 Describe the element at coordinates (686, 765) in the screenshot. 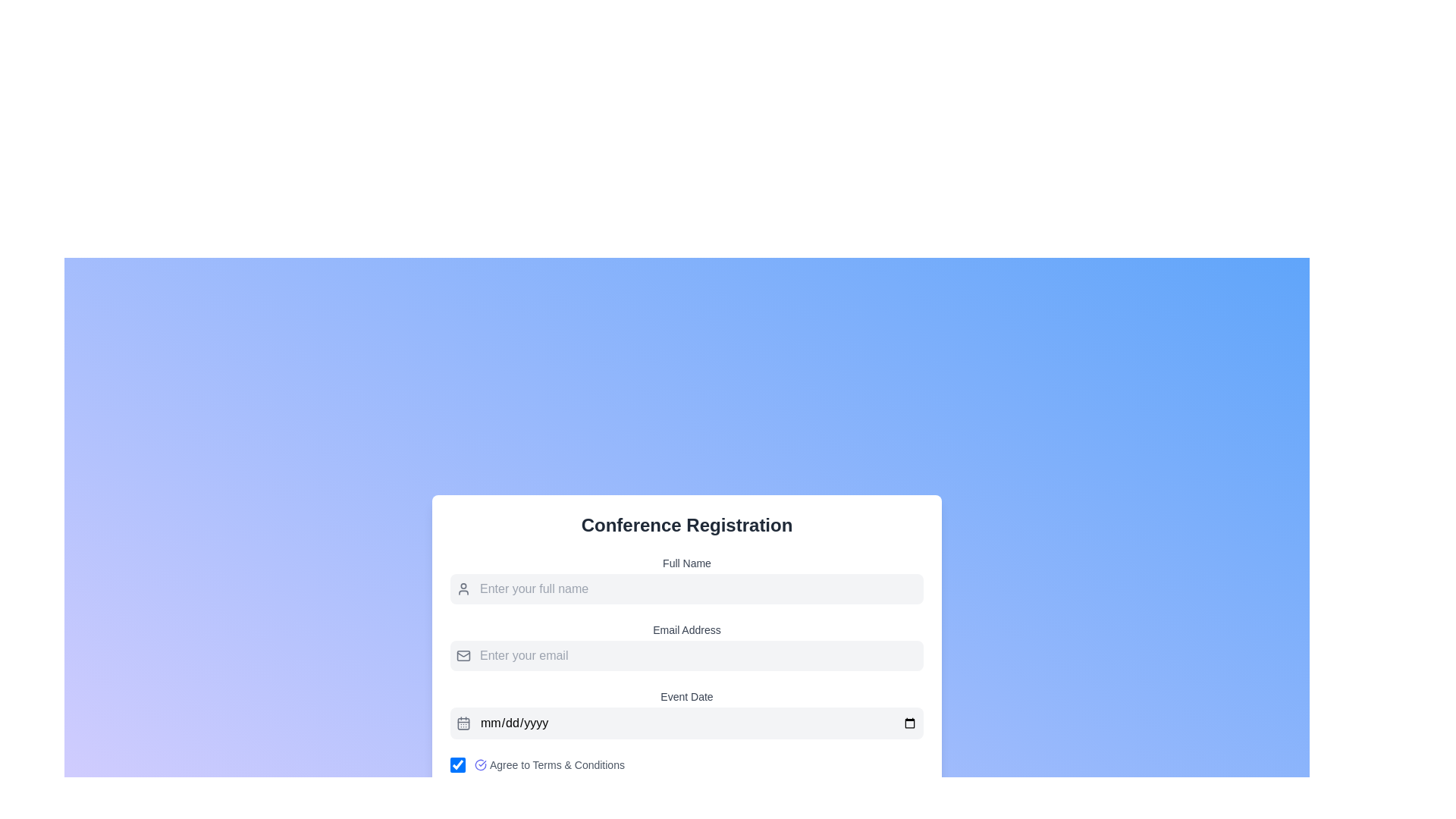

I see `the mouse cursor over the compact checkbox labeled 'Agree` at that location.